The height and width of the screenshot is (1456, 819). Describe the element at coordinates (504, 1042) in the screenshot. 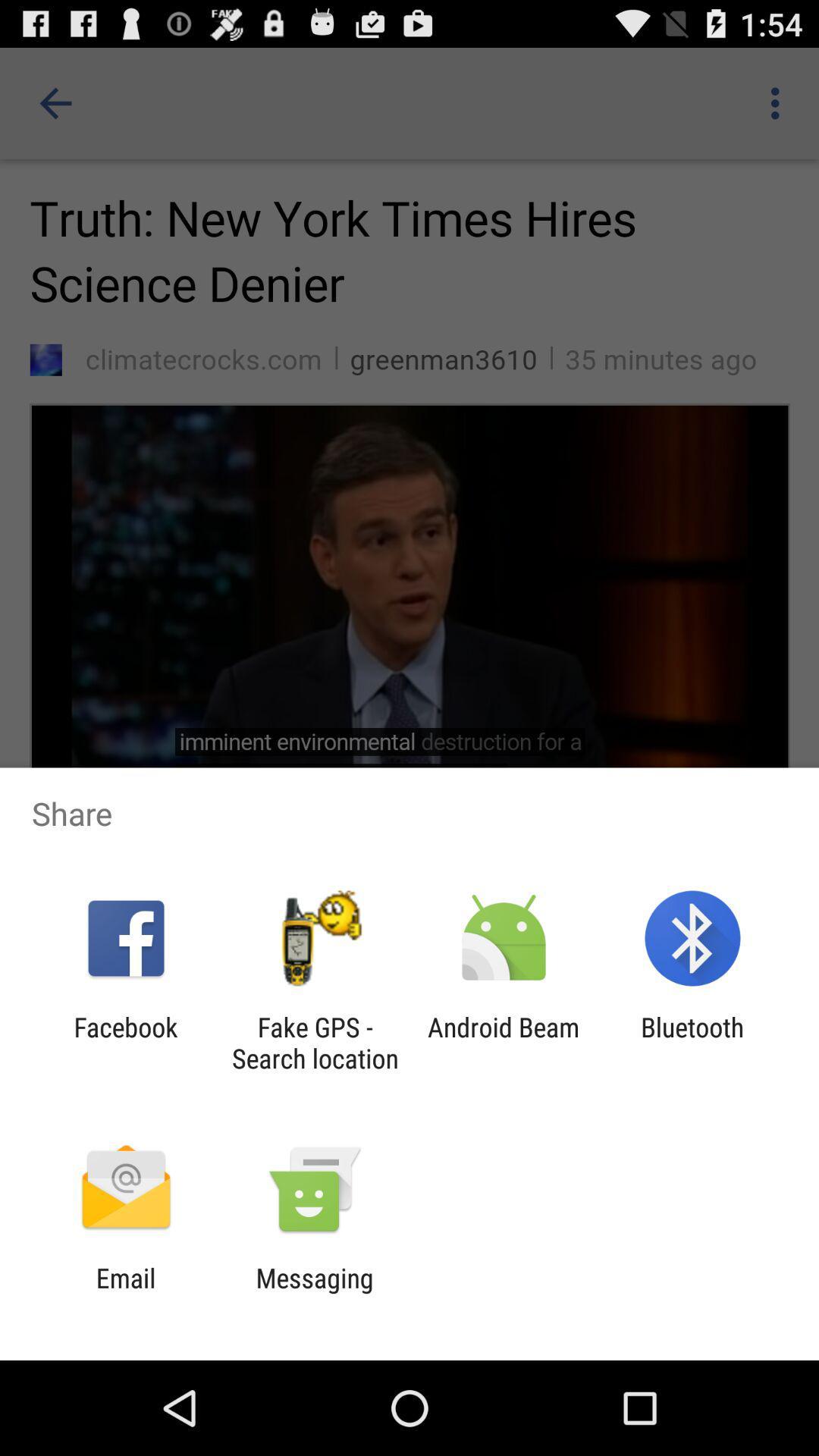

I see `the icon to the left of bluetooth` at that location.